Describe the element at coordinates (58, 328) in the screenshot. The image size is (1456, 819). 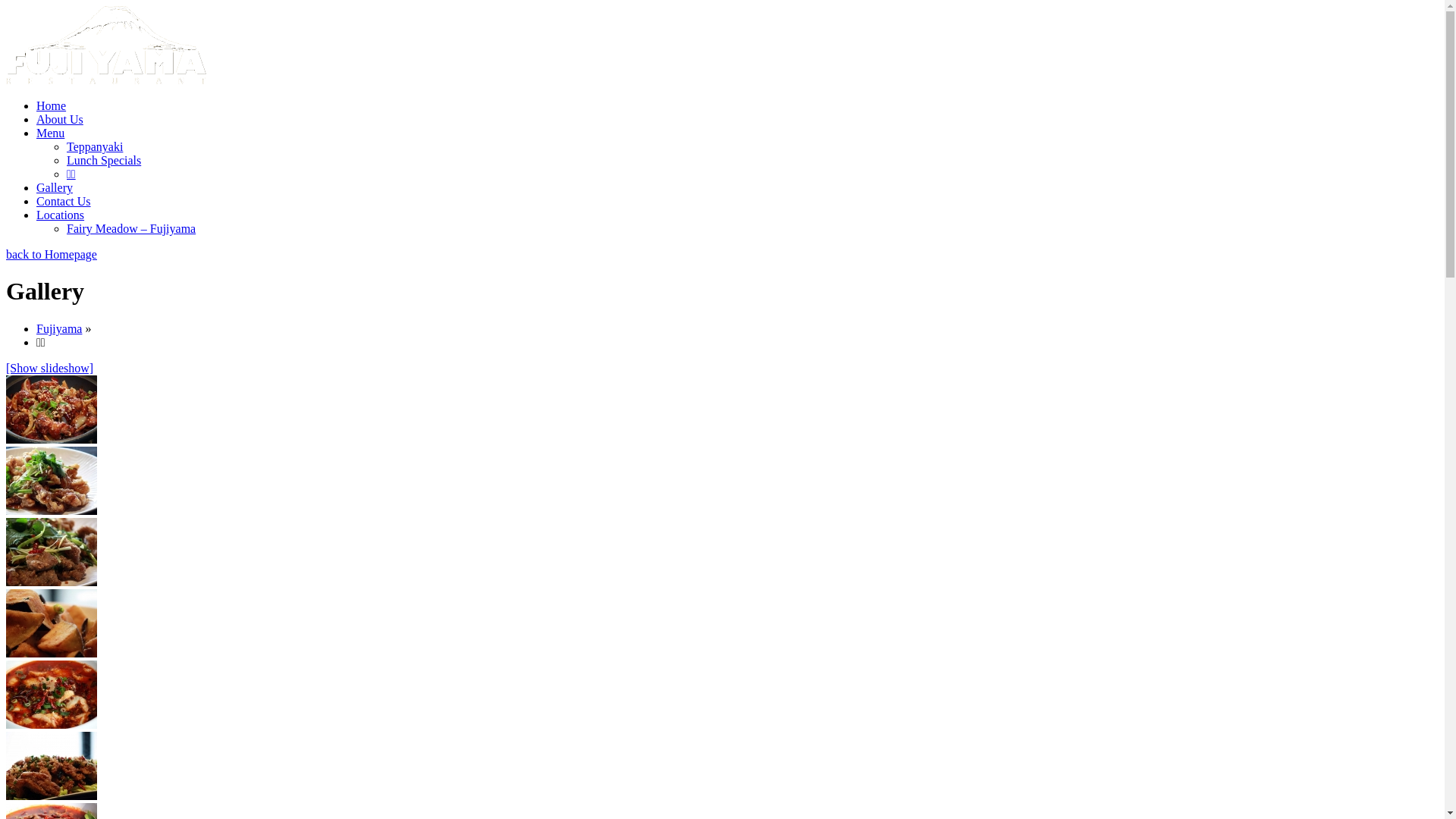
I see `'Fujiyama'` at that location.